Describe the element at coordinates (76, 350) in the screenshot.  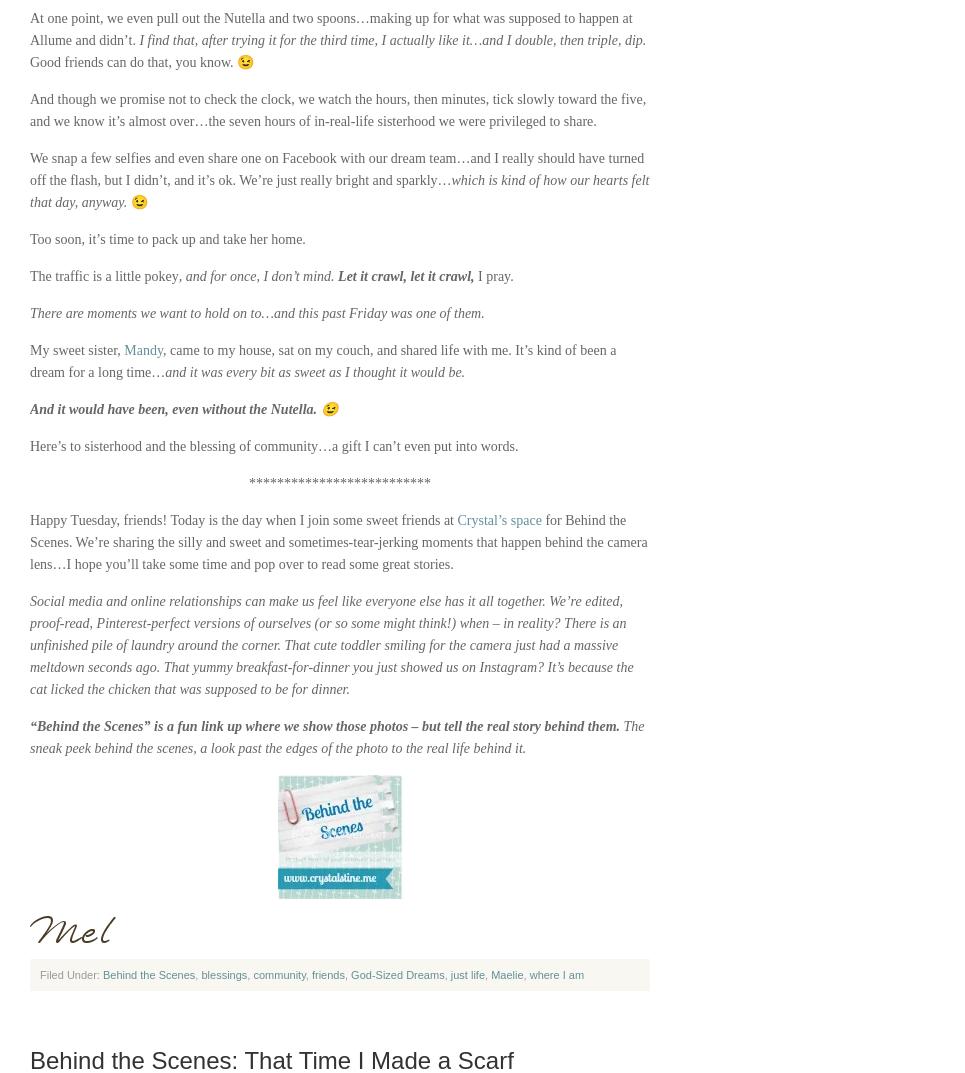
I see `'My sweet sister,'` at that location.